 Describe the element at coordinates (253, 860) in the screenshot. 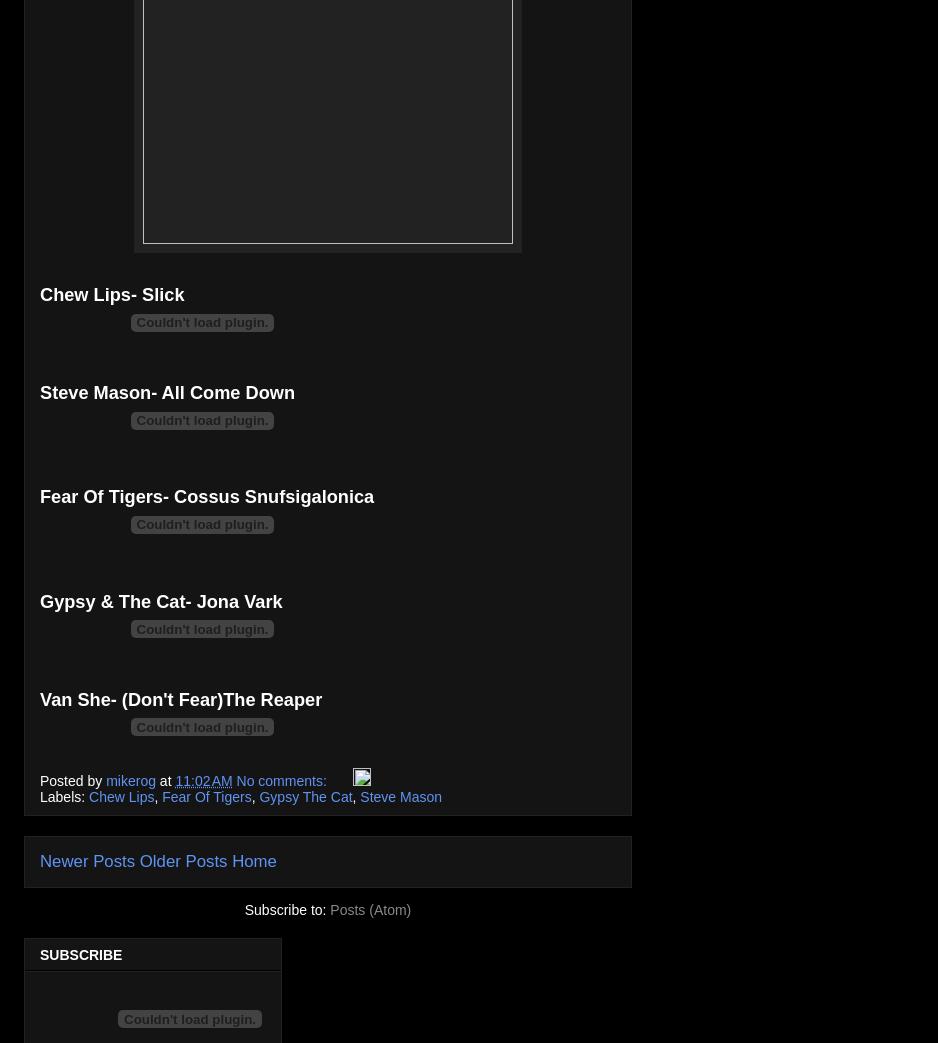

I see `'Home'` at that location.